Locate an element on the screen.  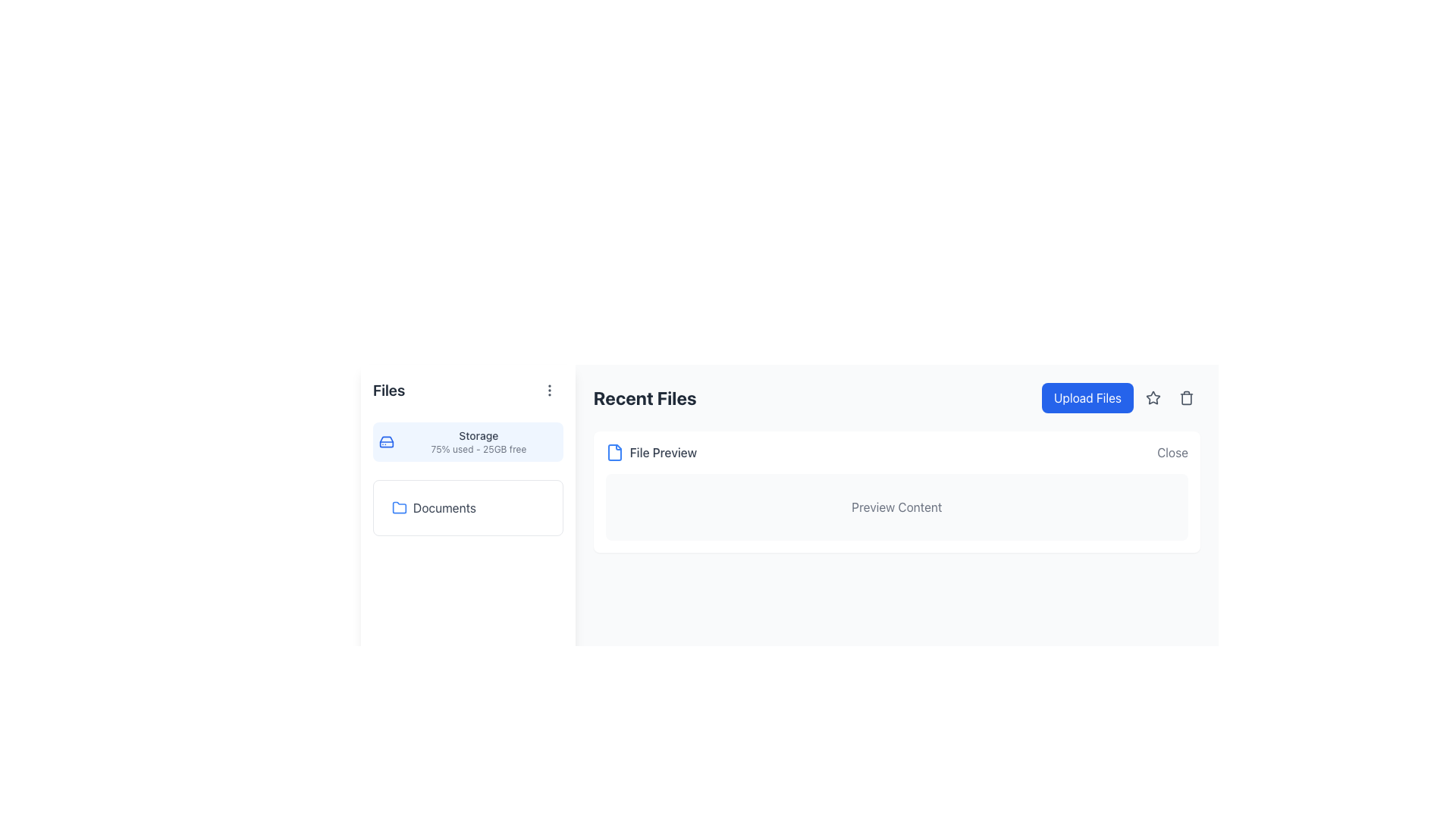
the blue document-like icon located in the 'Recent Files' section, positioned just to the left of 'File Preview' is located at coordinates (614, 452).